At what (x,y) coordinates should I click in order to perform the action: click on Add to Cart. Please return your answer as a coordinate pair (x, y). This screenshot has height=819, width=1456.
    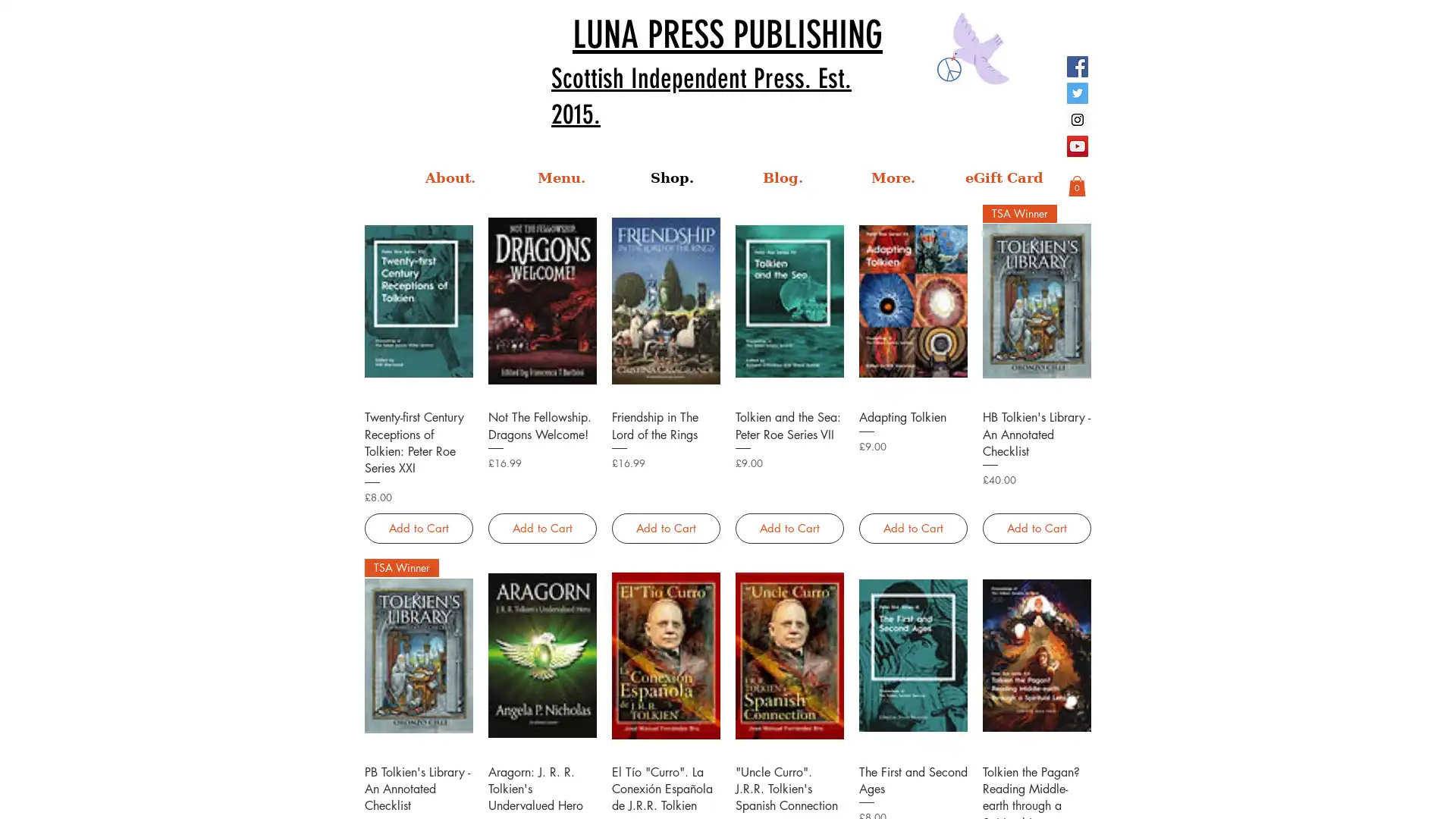
    Looking at the image, I should click on (912, 527).